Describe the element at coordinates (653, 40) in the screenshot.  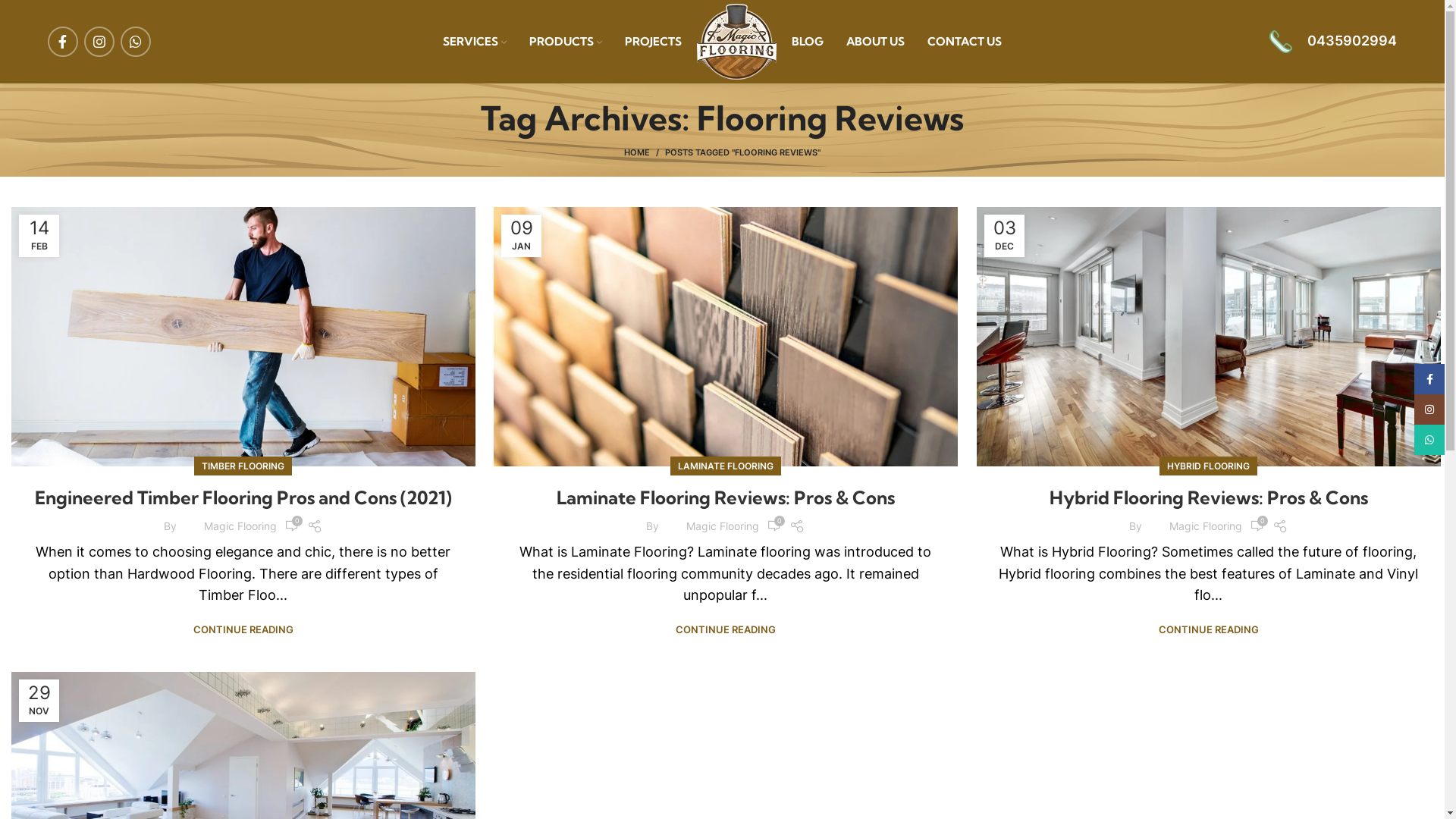
I see `'PROJECTS'` at that location.